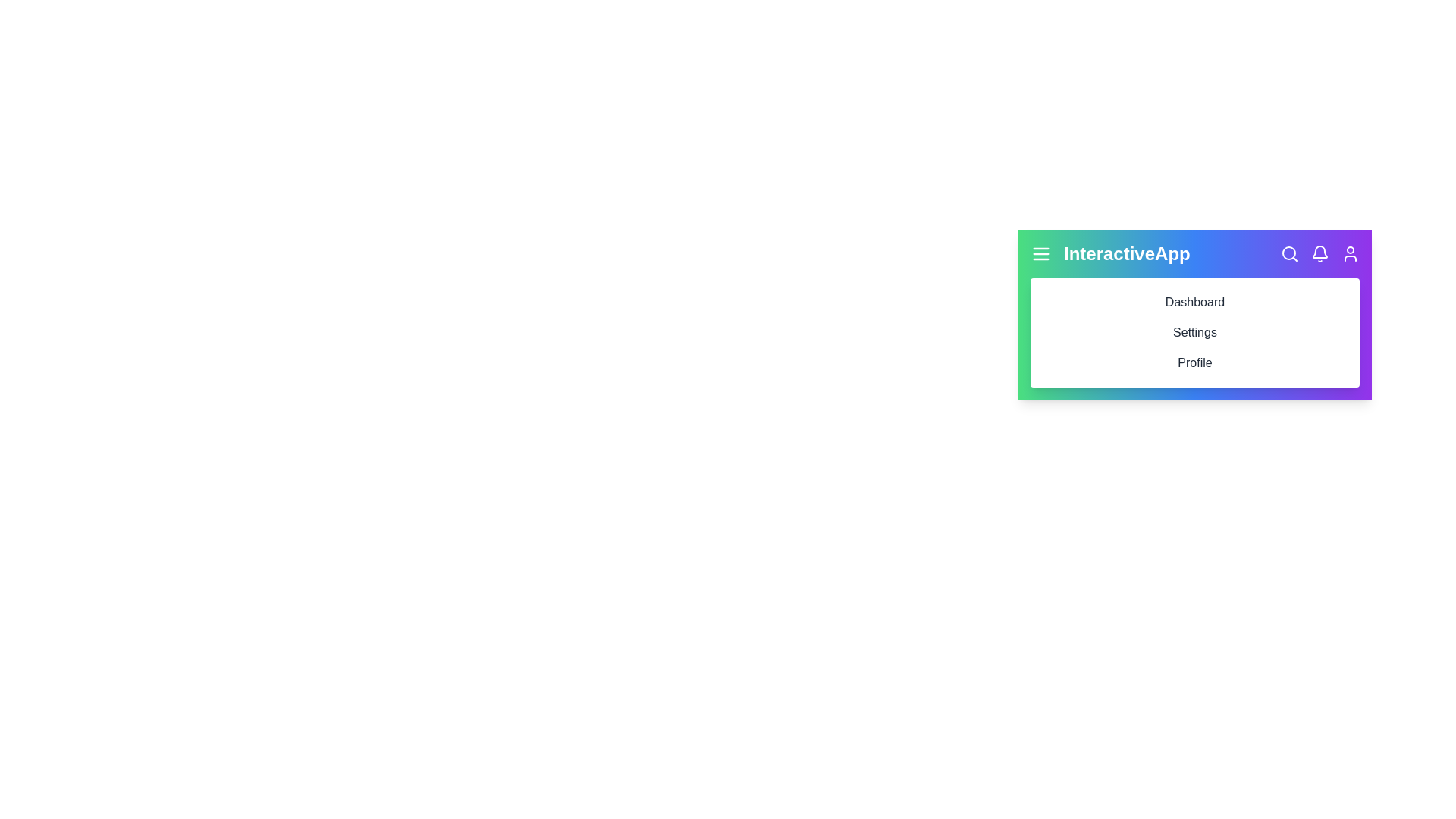  Describe the element at coordinates (1194, 362) in the screenshot. I see `the 'Profile' button in the menu` at that location.